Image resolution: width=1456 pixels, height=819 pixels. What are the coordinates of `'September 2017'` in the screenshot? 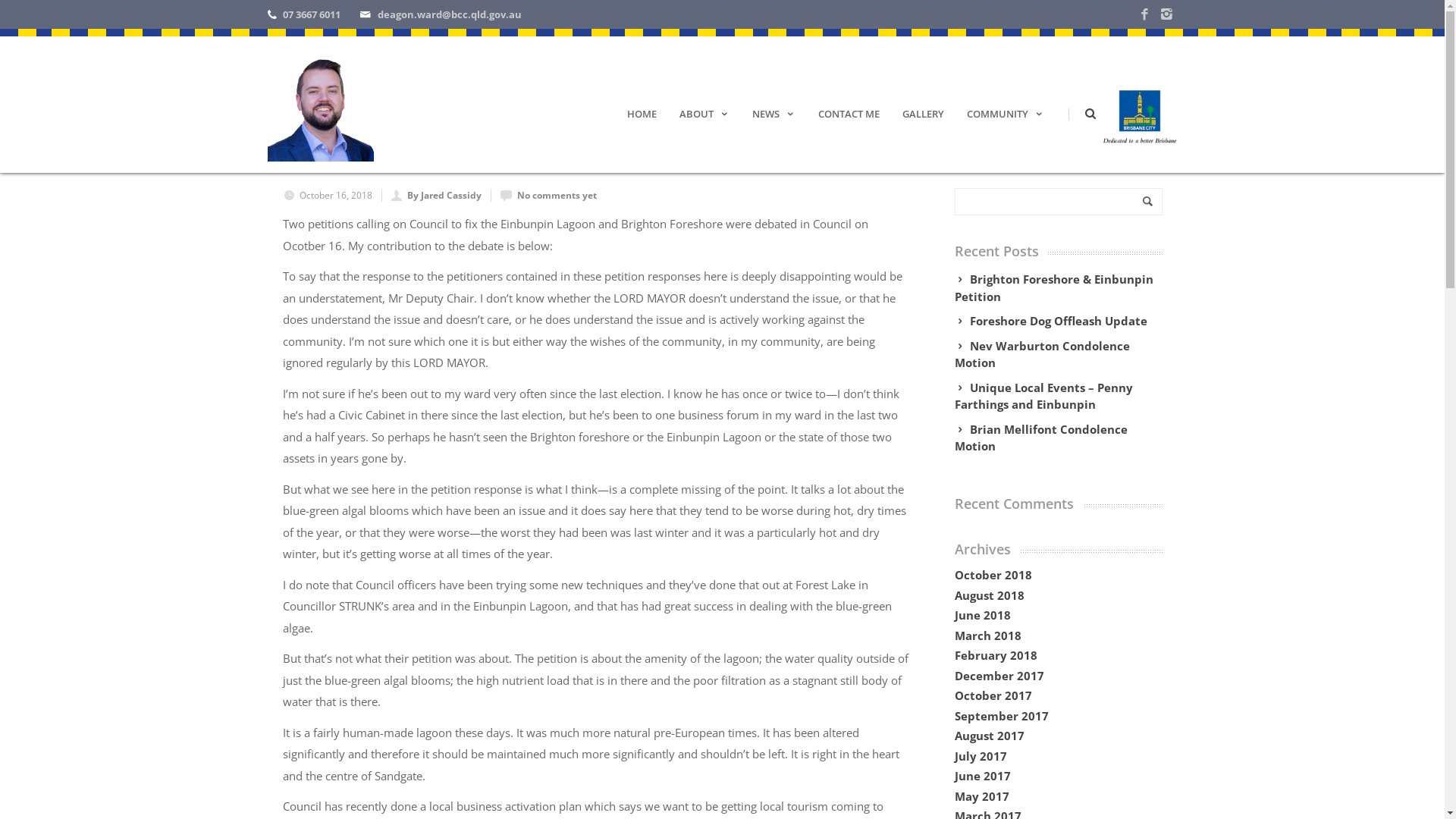 It's located at (1001, 716).